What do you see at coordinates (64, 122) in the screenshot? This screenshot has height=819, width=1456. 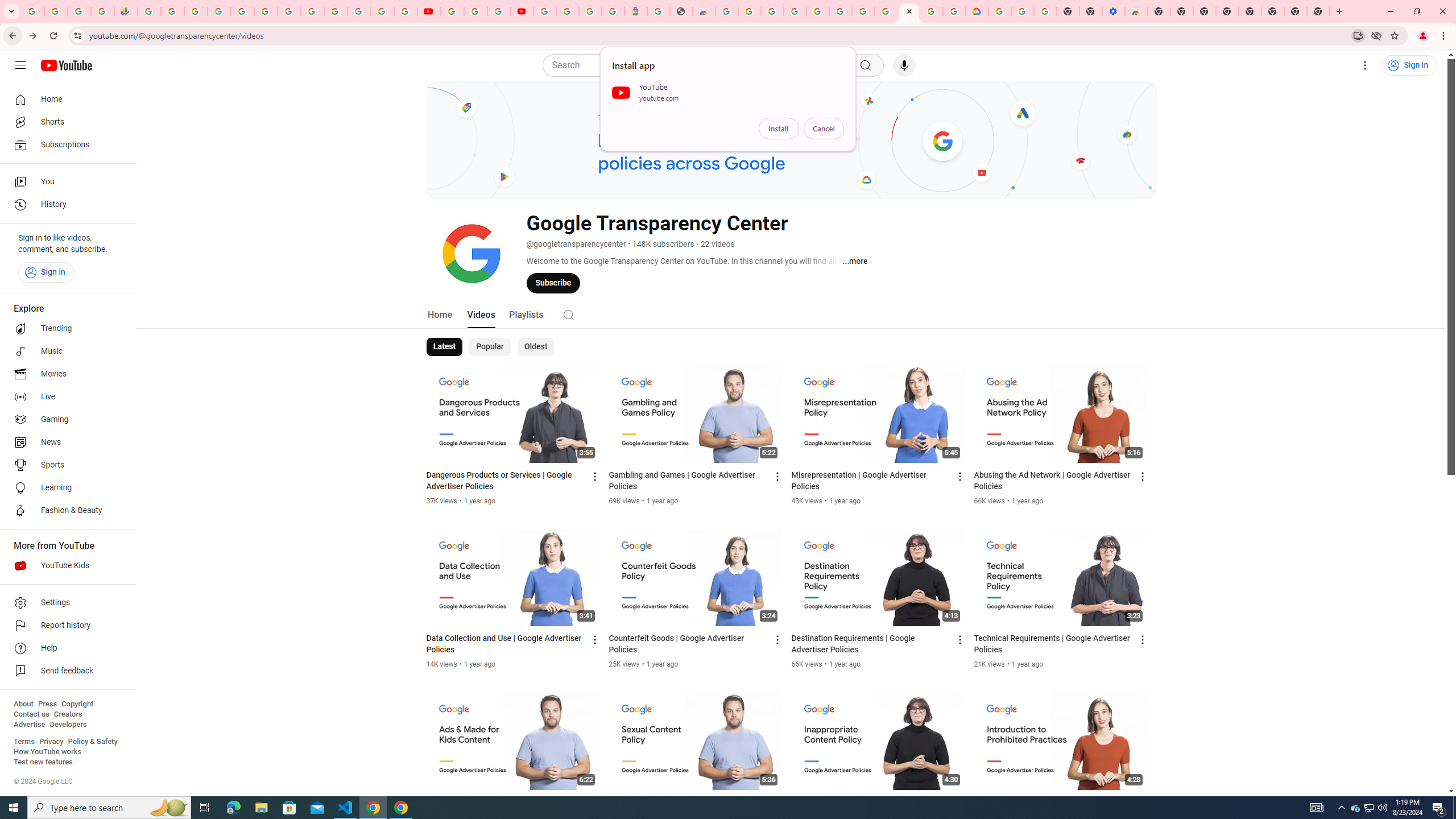 I see `'Shorts'` at bounding box center [64, 122].